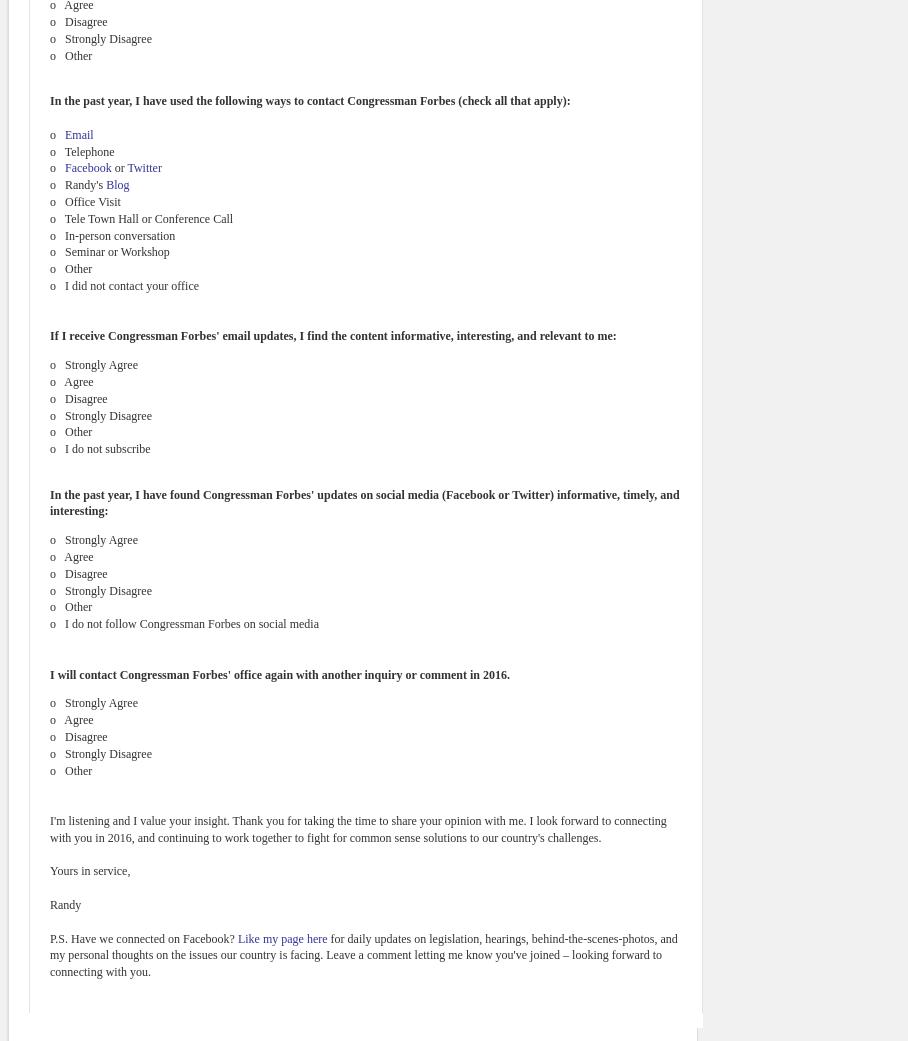  Describe the element at coordinates (65, 904) in the screenshot. I see `'Randy'` at that location.